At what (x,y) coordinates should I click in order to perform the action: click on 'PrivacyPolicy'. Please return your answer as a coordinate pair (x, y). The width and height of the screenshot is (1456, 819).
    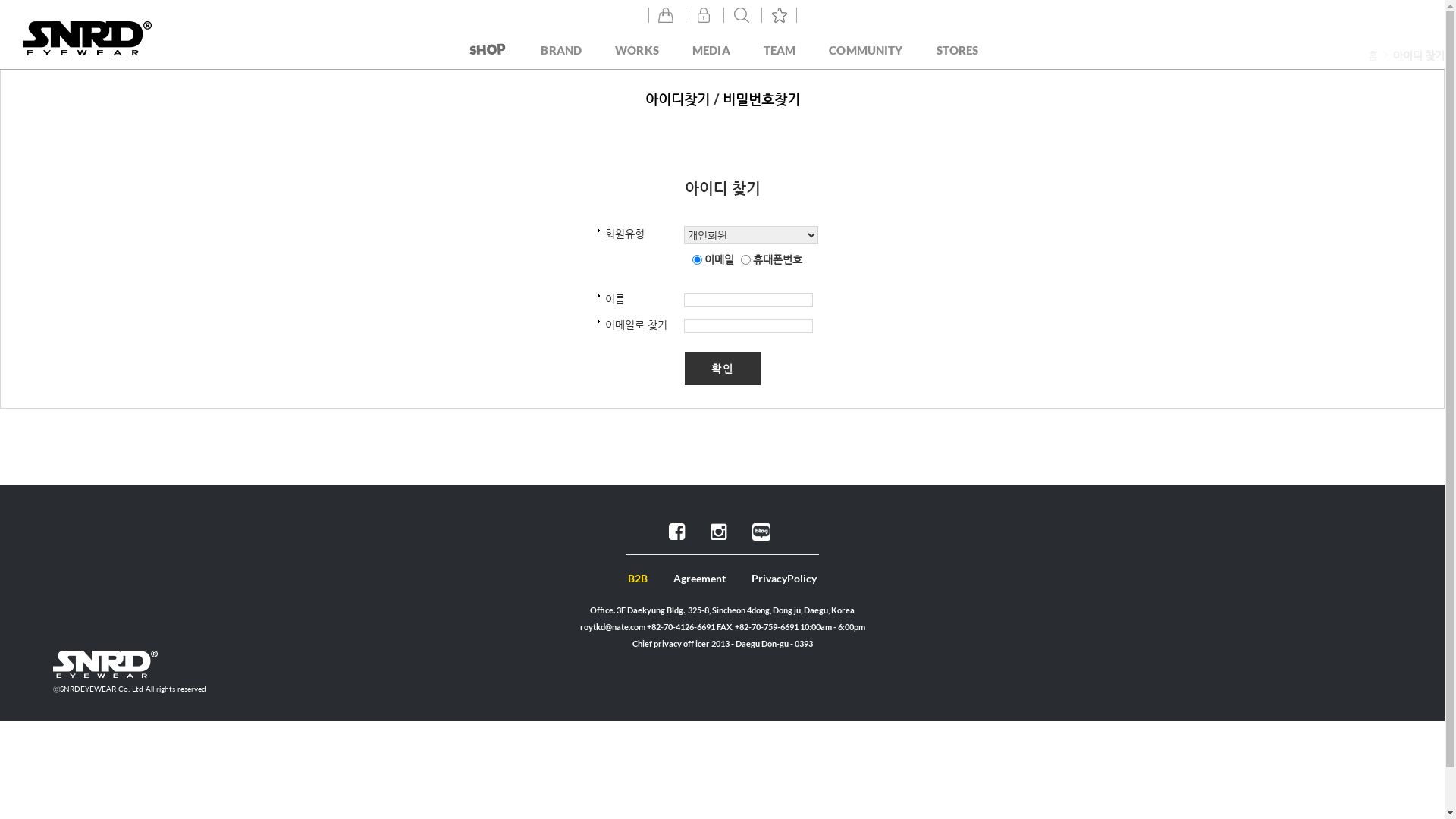
    Looking at the image, I should click on (783, 578).